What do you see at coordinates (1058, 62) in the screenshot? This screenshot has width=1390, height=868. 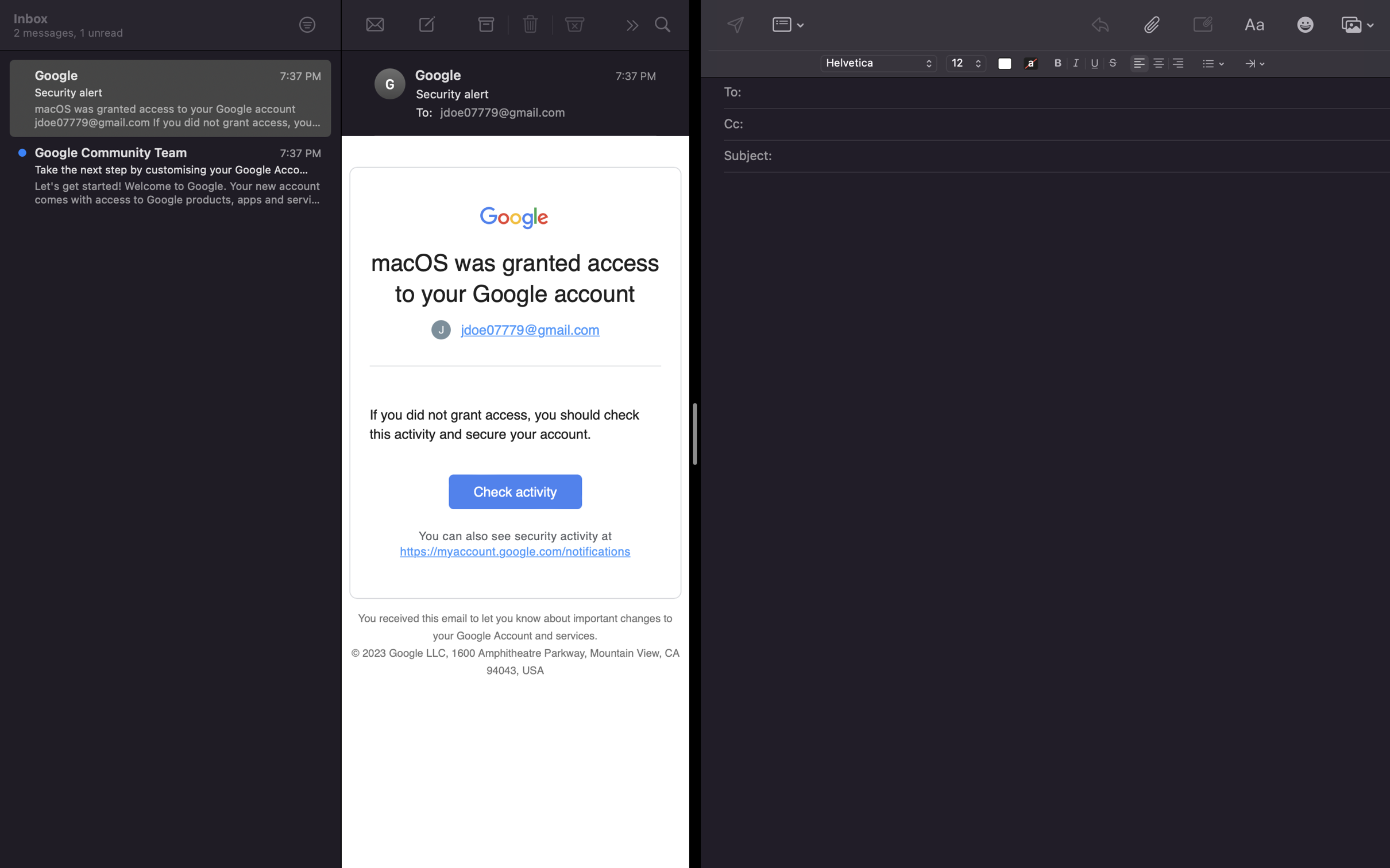 I see `bold formatting to the text and modify the font to a size 21` at bounding box center [1058, 62].